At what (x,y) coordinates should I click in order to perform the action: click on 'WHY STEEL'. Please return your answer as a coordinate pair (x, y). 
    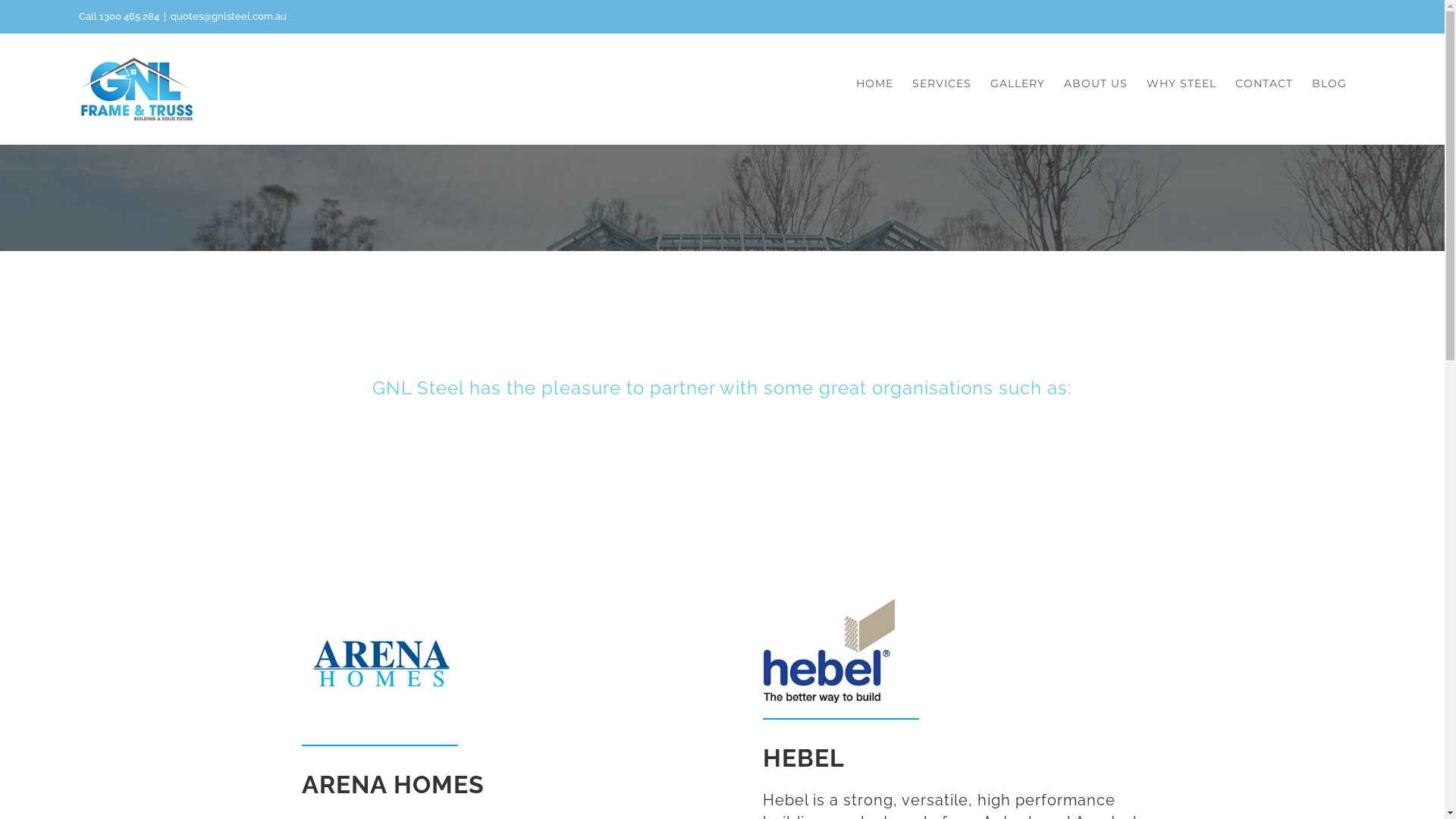
    Looking at the image, I should click on (1147, 83).